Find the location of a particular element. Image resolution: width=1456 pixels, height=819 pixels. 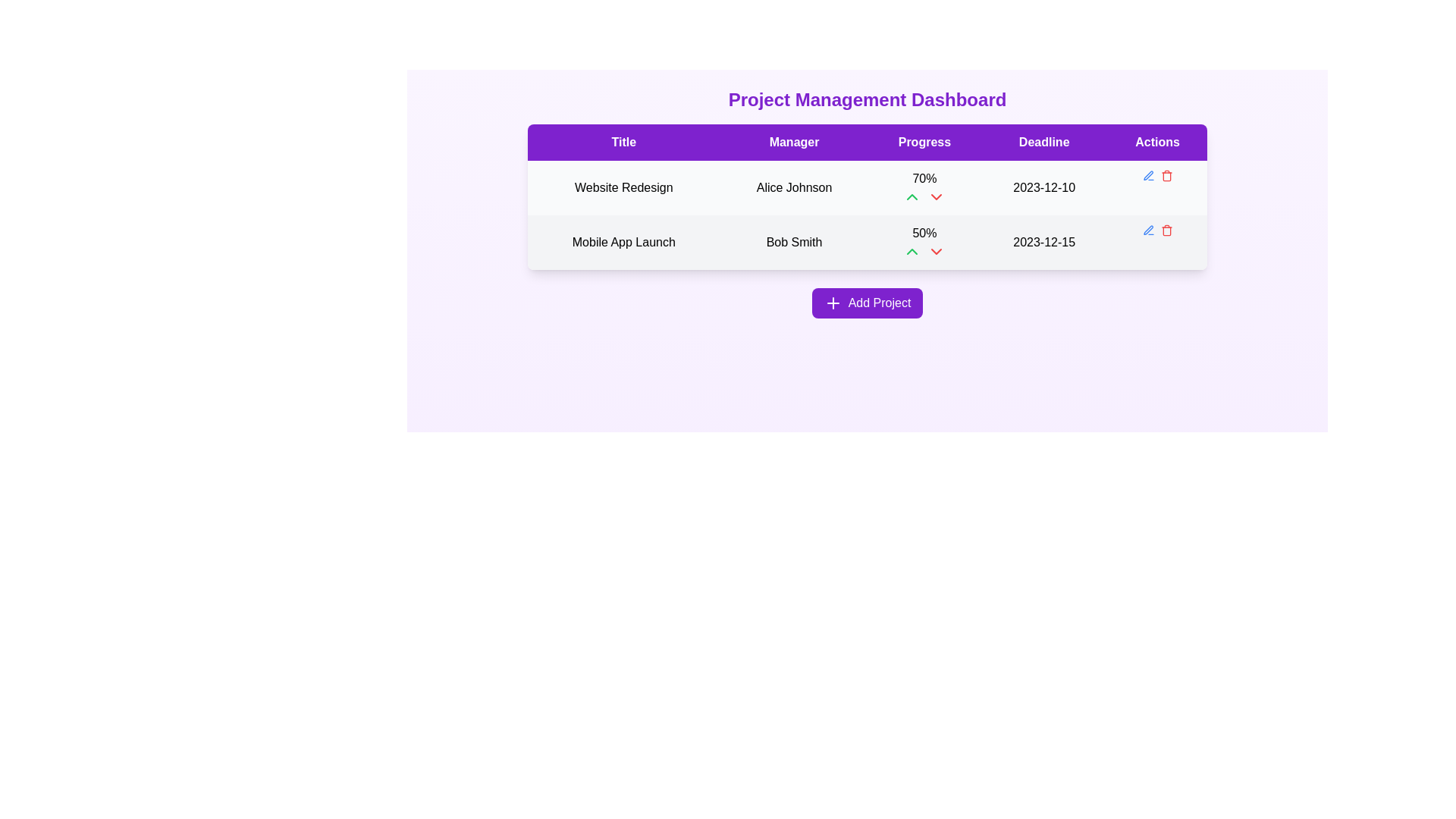

the text display element that shows the deadline date for a project, located in the fourth cell of the table under the 'Deadline' column is located at coordinates (1043, 187).